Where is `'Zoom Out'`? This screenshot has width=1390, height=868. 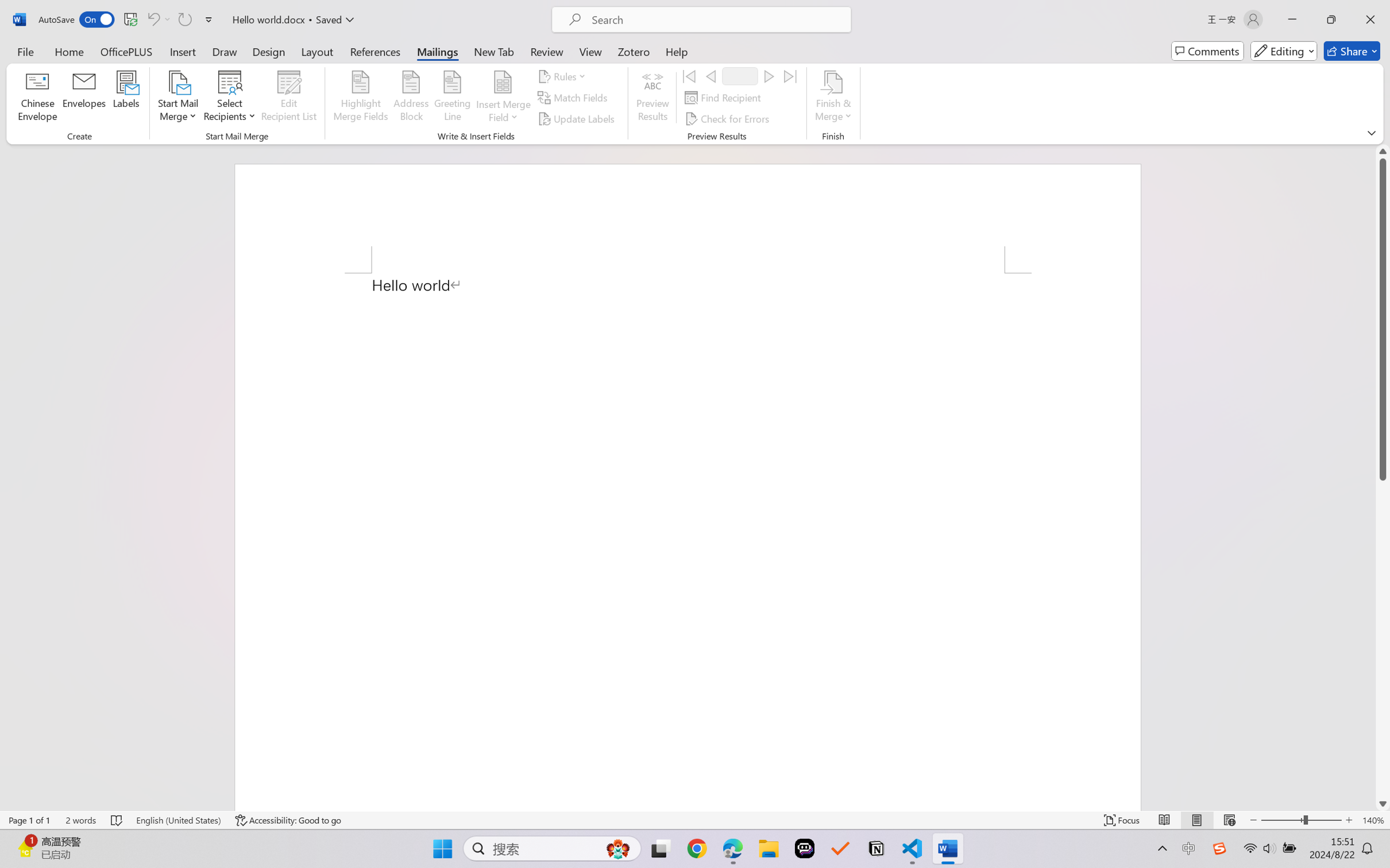
'Zoom Out' is located at coordinates (1281, 820).